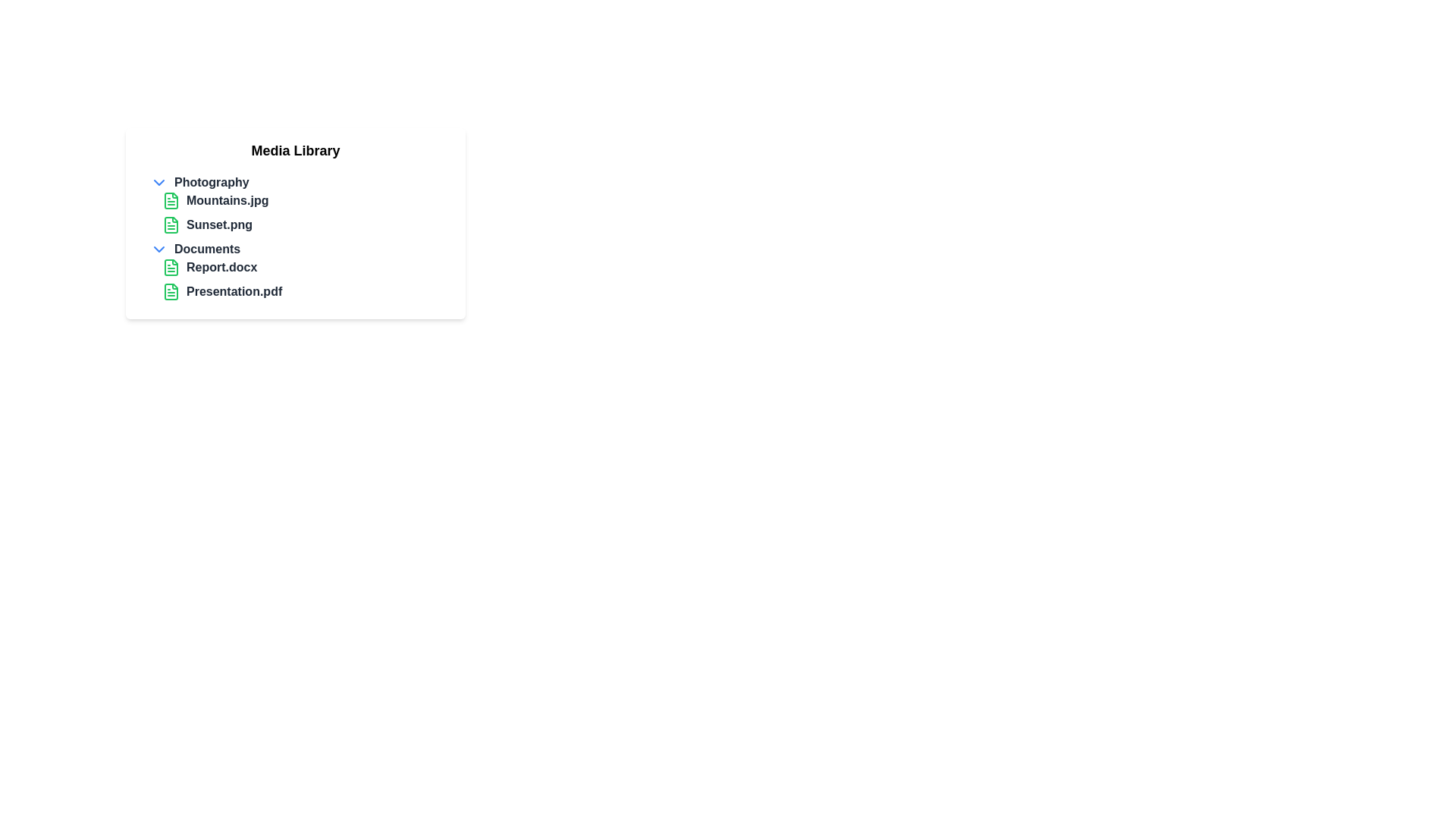 This screenshot has width=1456, height=819. I want to click on the blue downward-facing chevron icon located to the left of the 'Documents' text, so click(159, 248).